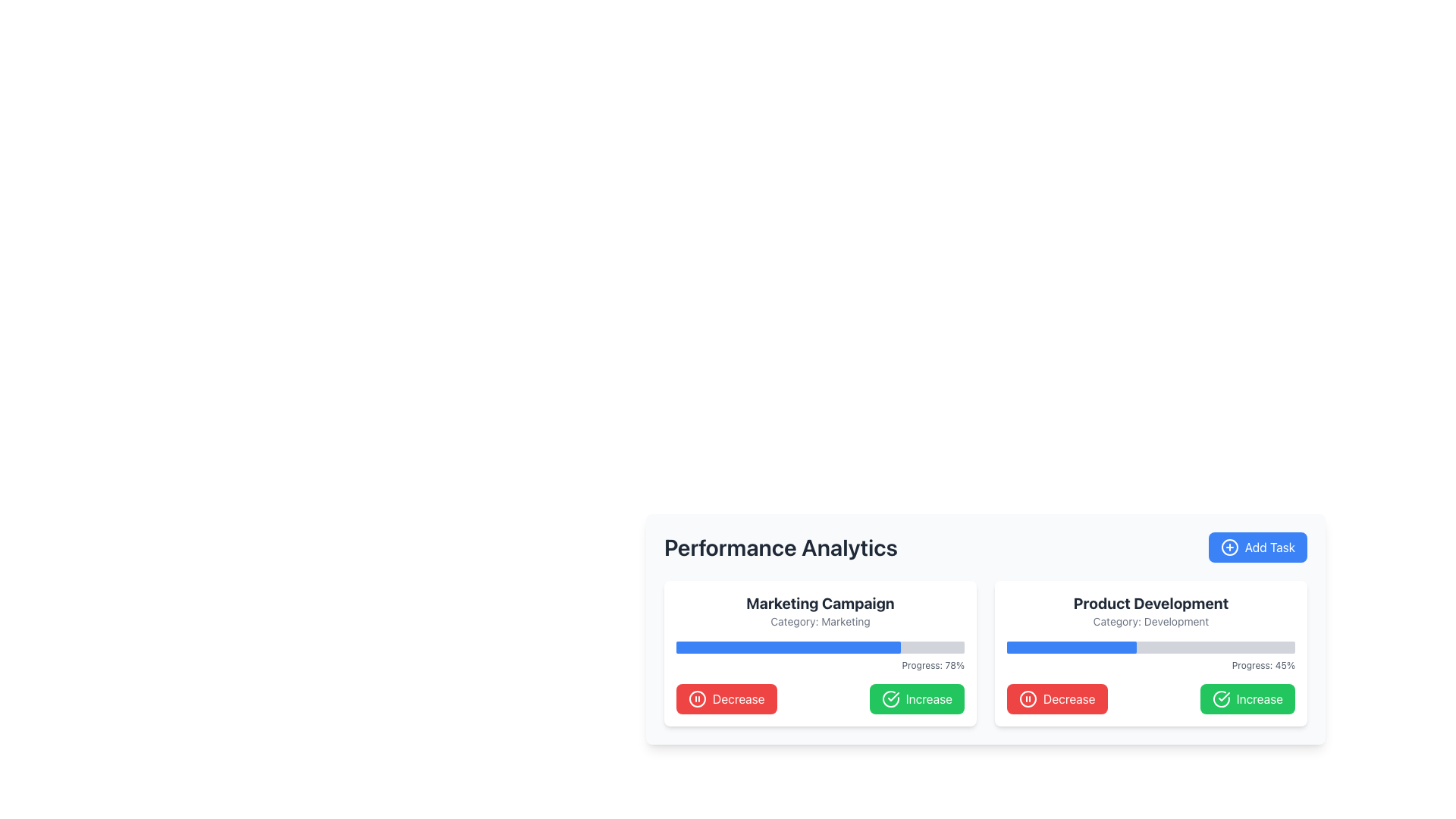 The width and height of the screenshot is (1456, 819). What do you see at coordinates (890, 698) in the screenshot?
I see `the SVG icon component that denotes an action related to increasing performance, located below the 'Performance Analytics' header and aligned with the 'Increase' button in the 'Marketing Campaign' card` at bounding box center [890, 698].